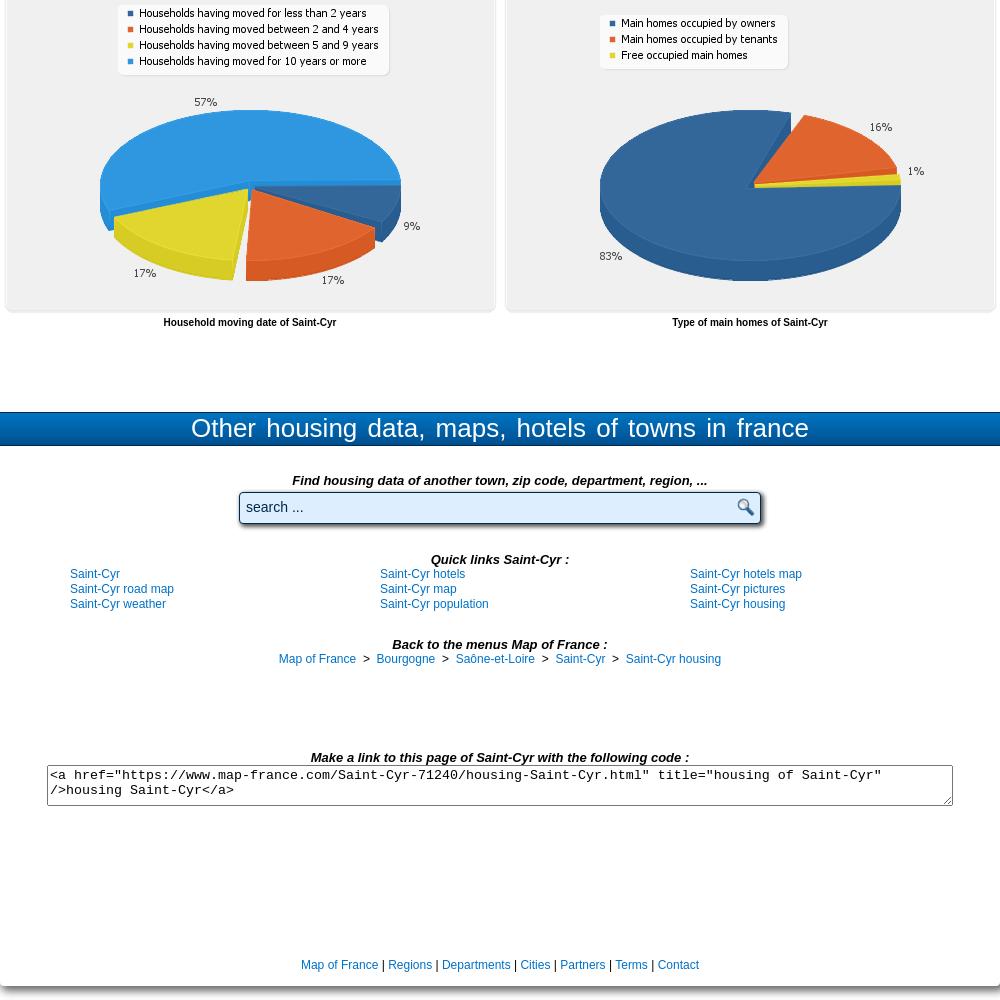 This screenshot has height=1000, width=1000. I want to click on 'Household moving date of Saint-Cyr', so click(163, 321).